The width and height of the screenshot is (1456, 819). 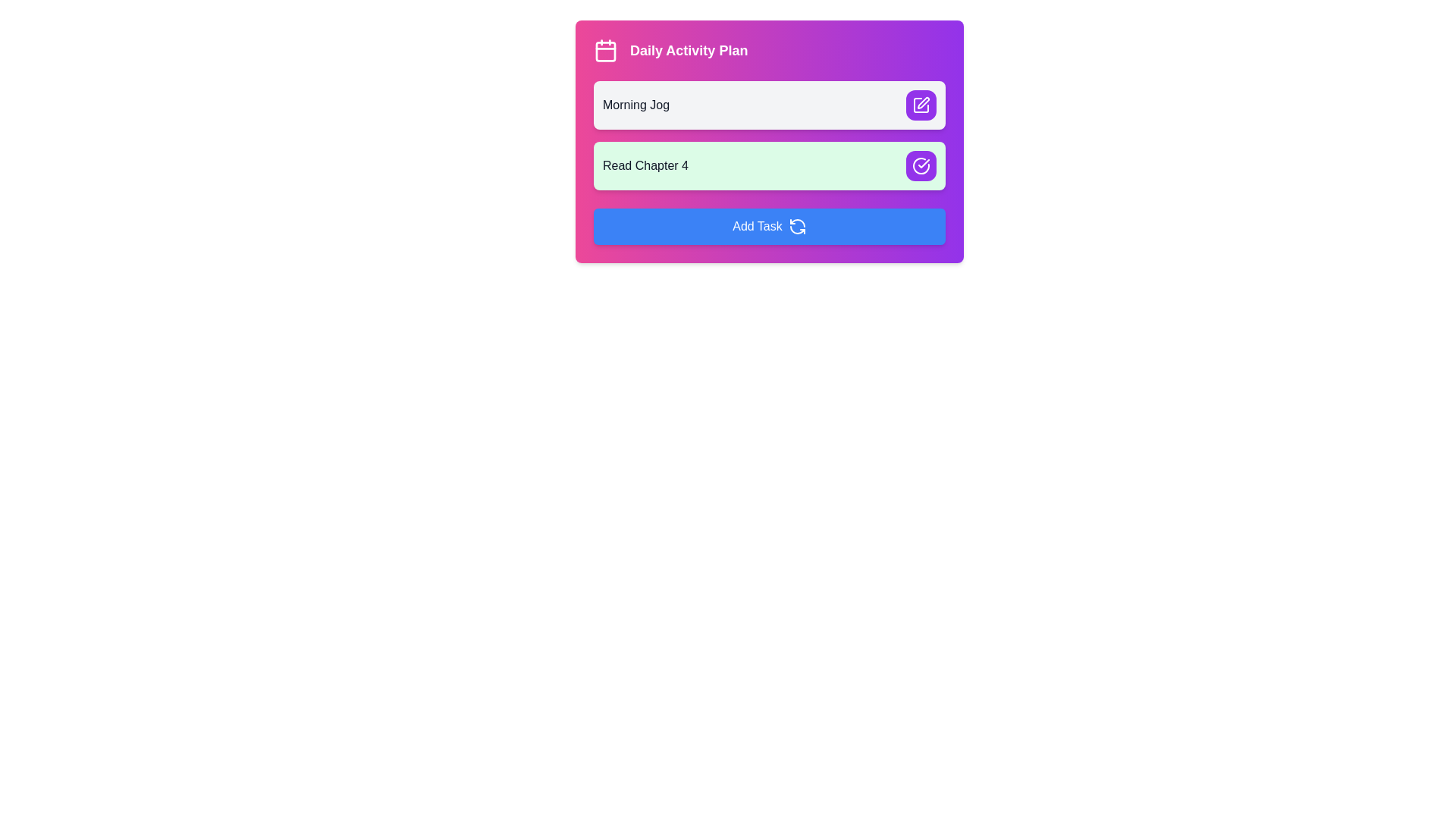 I want to click on the 'Add Task' button with a blue background and white text for keyboard navigation support, so click(x=769, y=227).